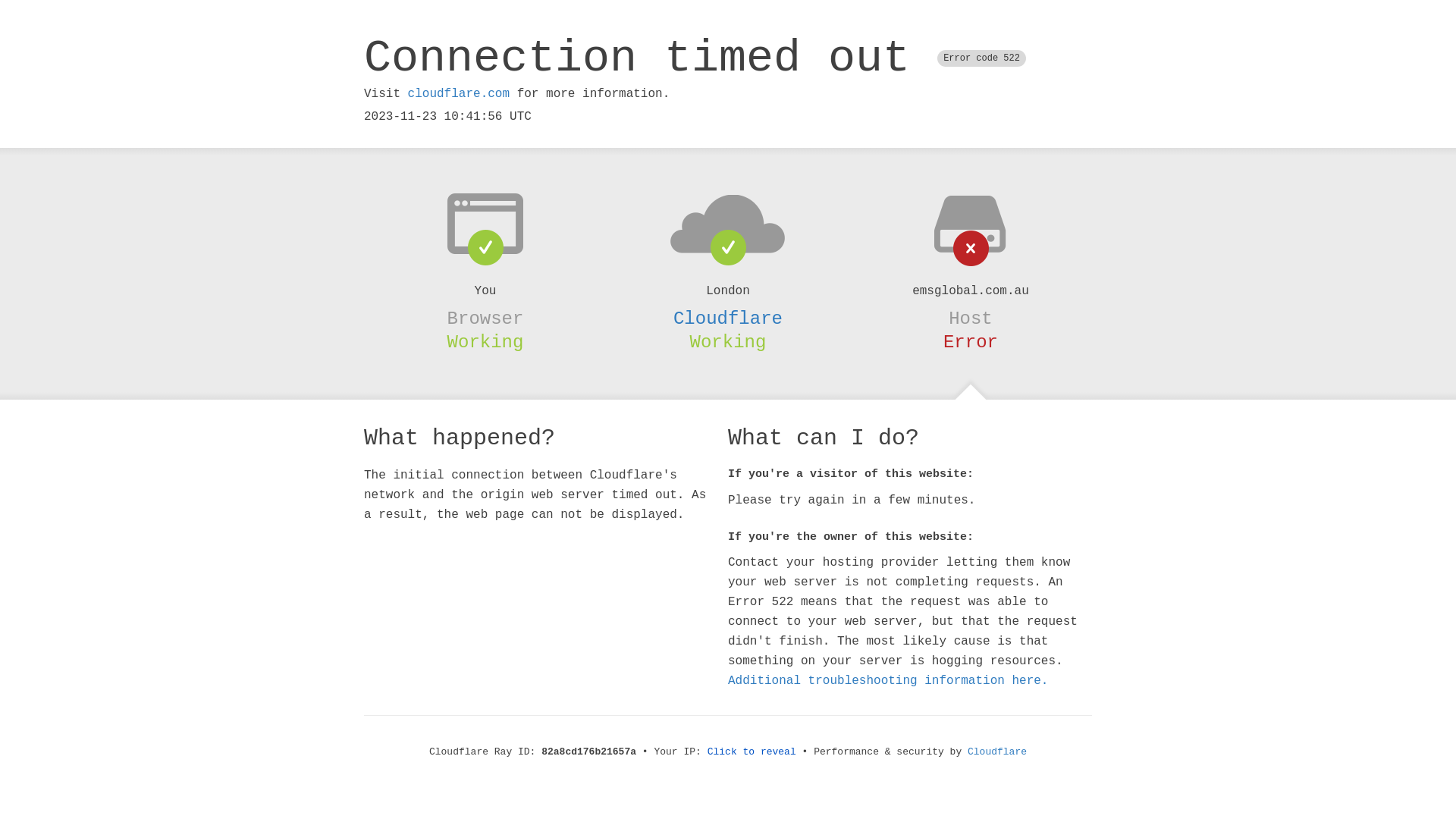 The image size is (1456, 819). What do you see at coordinates (728, 318) in the screenshot?
I see `'Cloudflare'` at bounding box center [728, 318].